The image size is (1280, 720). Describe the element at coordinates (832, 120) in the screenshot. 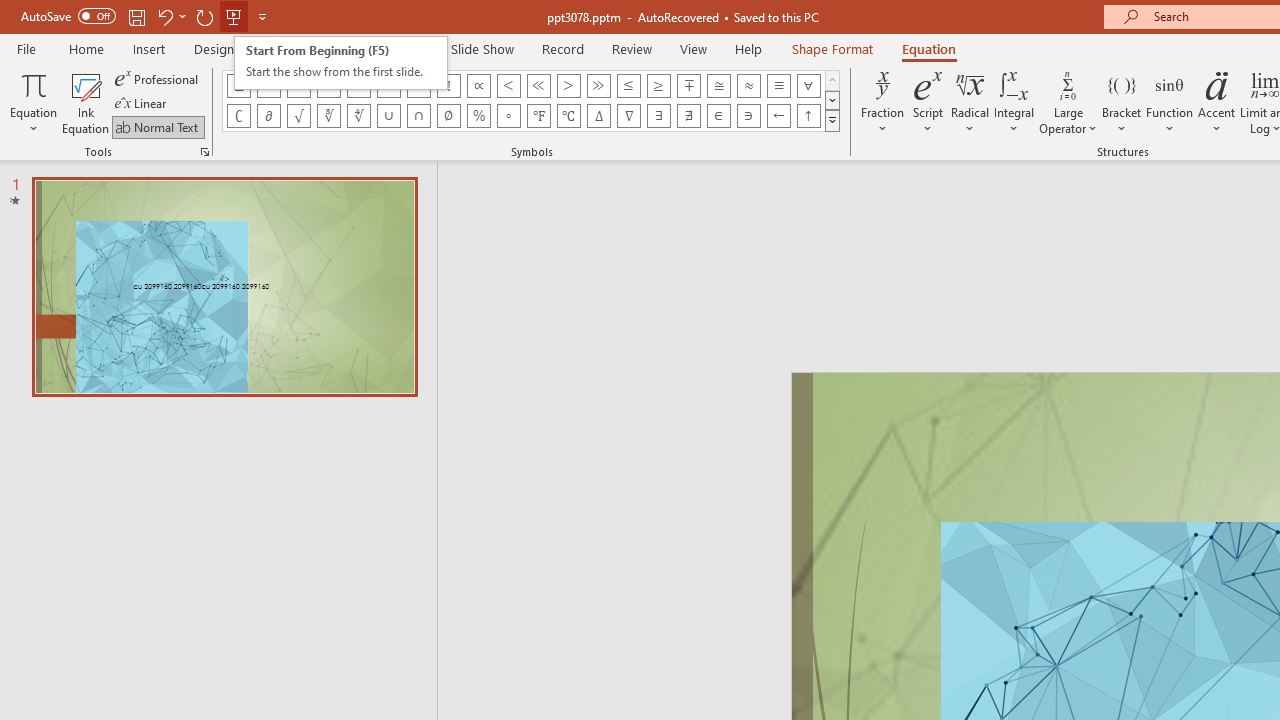

I see `'Equation Symbols'` at that location.